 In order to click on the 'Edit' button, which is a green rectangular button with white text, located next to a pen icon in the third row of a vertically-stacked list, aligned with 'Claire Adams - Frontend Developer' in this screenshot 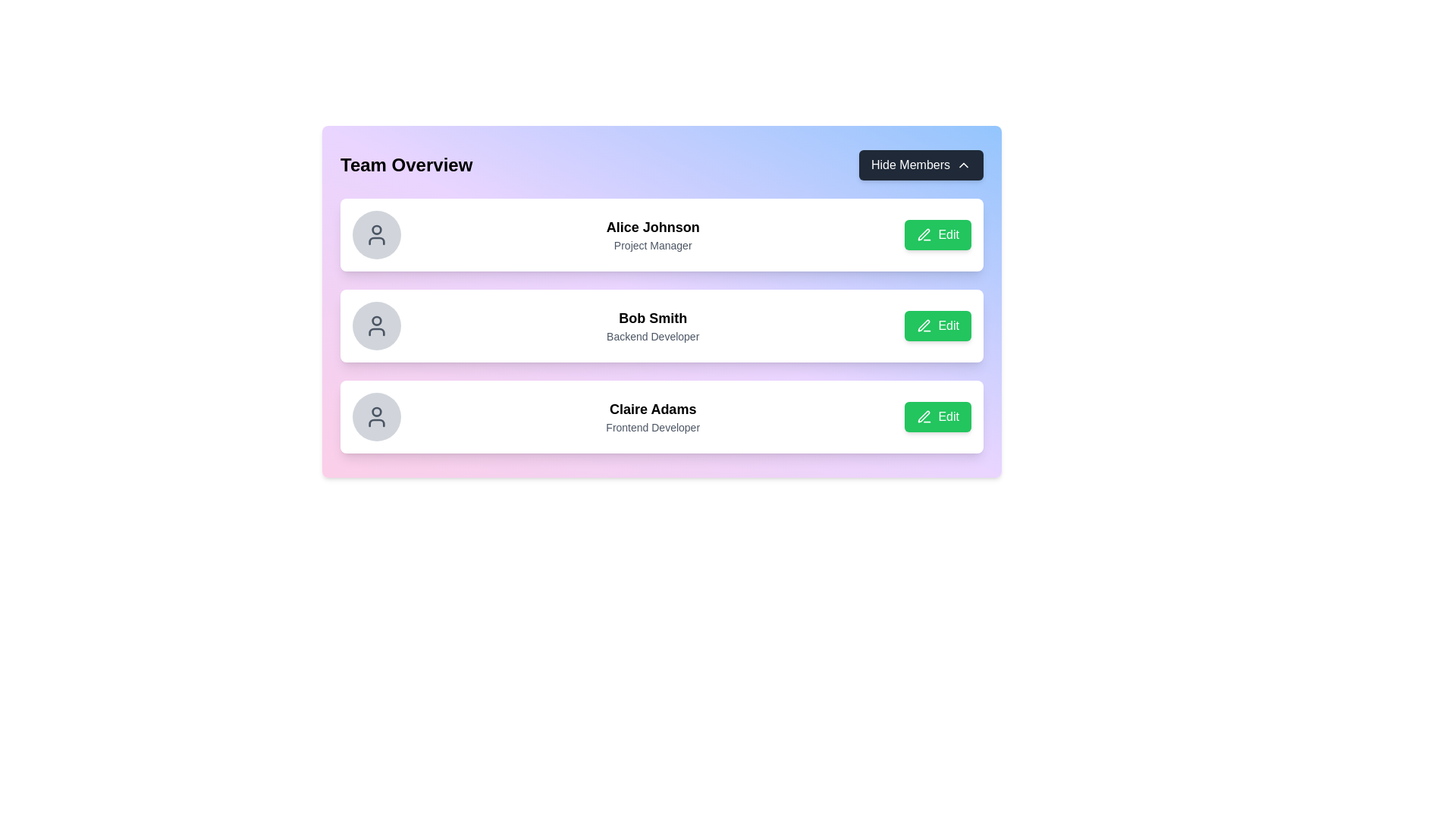, I will do `click(948, 417)`.